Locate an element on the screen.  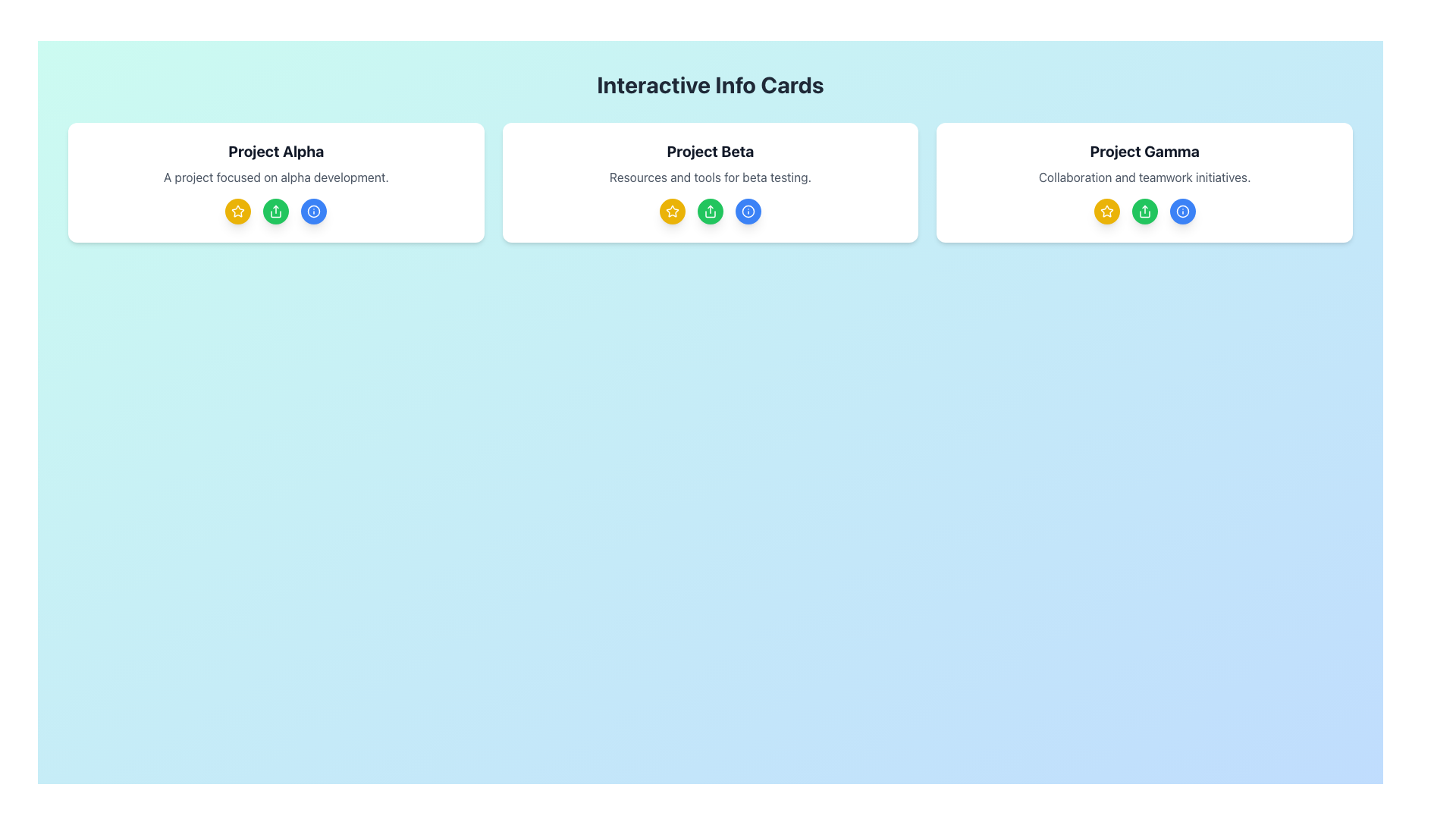
the favoriting icon located centrally below the heading 'Project Beta' in the middle card of the interface, positioned to the left of two circular icons is located at coordinates (1106, 211).